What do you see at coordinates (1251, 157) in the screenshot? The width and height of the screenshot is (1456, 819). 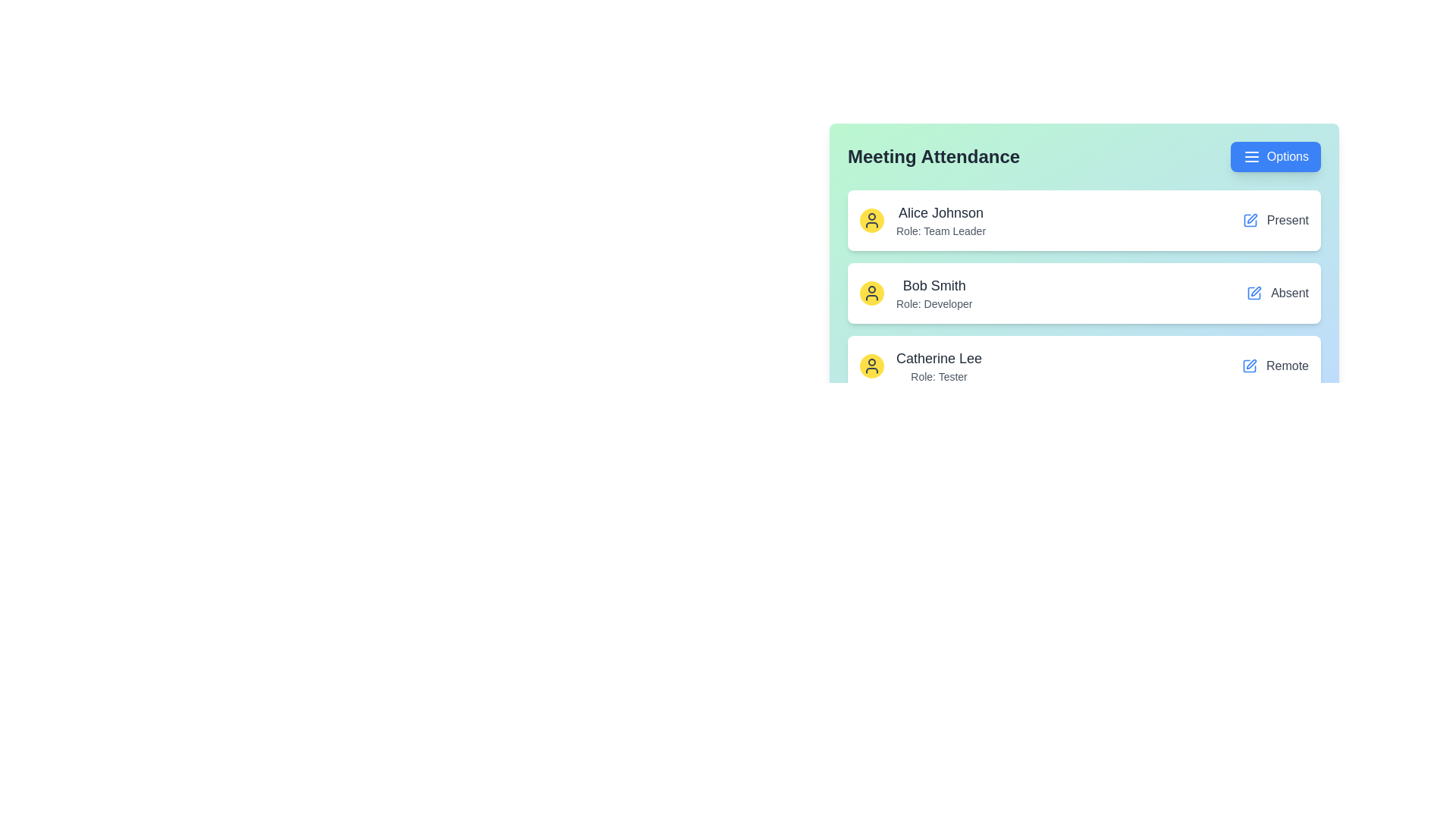 I see `the hamburger menu icon` at bounding box center [1251, 157].